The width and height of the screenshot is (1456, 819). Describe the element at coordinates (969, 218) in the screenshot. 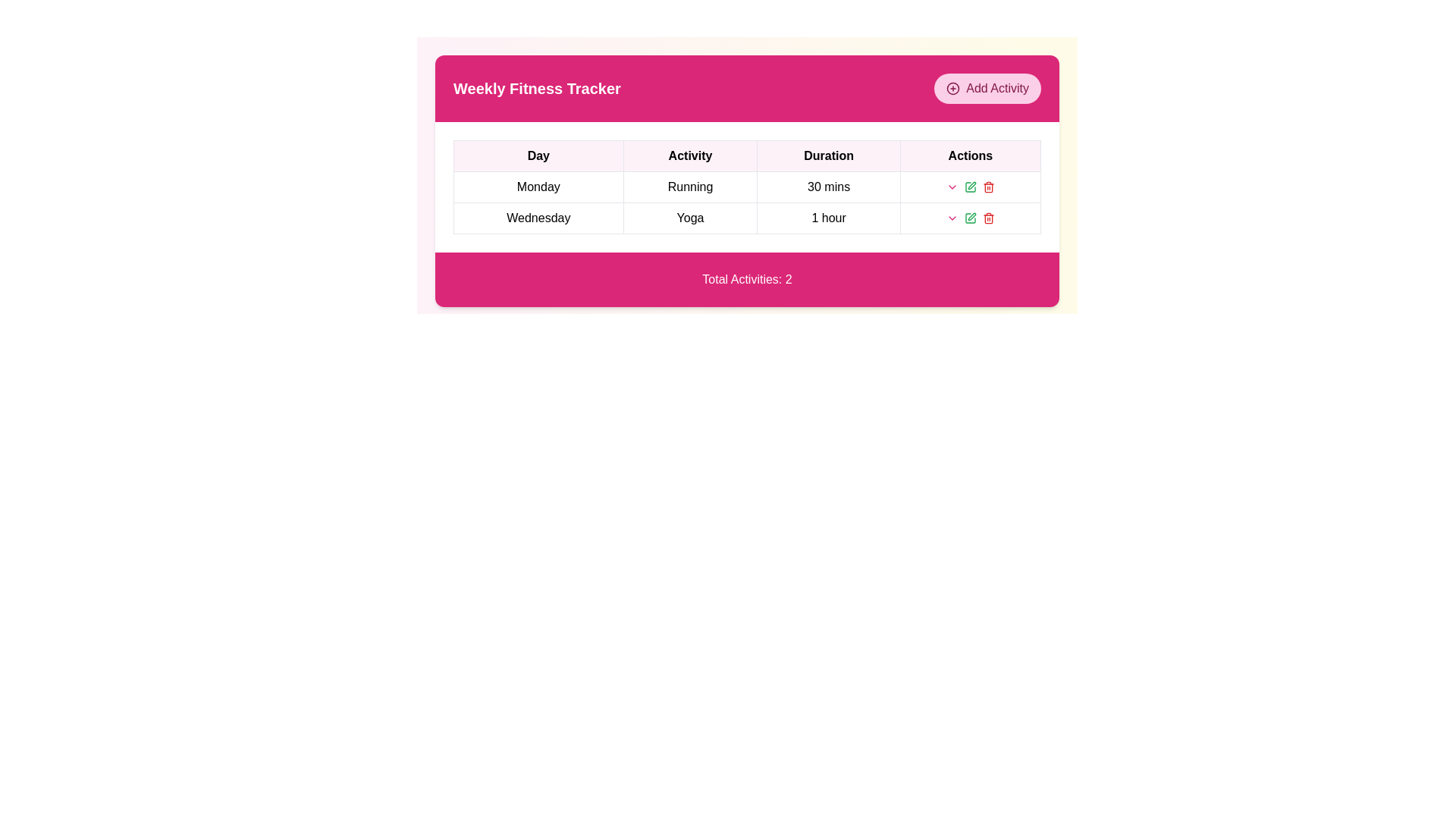

I see `the green pen icon button located in the second row of icons under the 'Actions' column` at that location.